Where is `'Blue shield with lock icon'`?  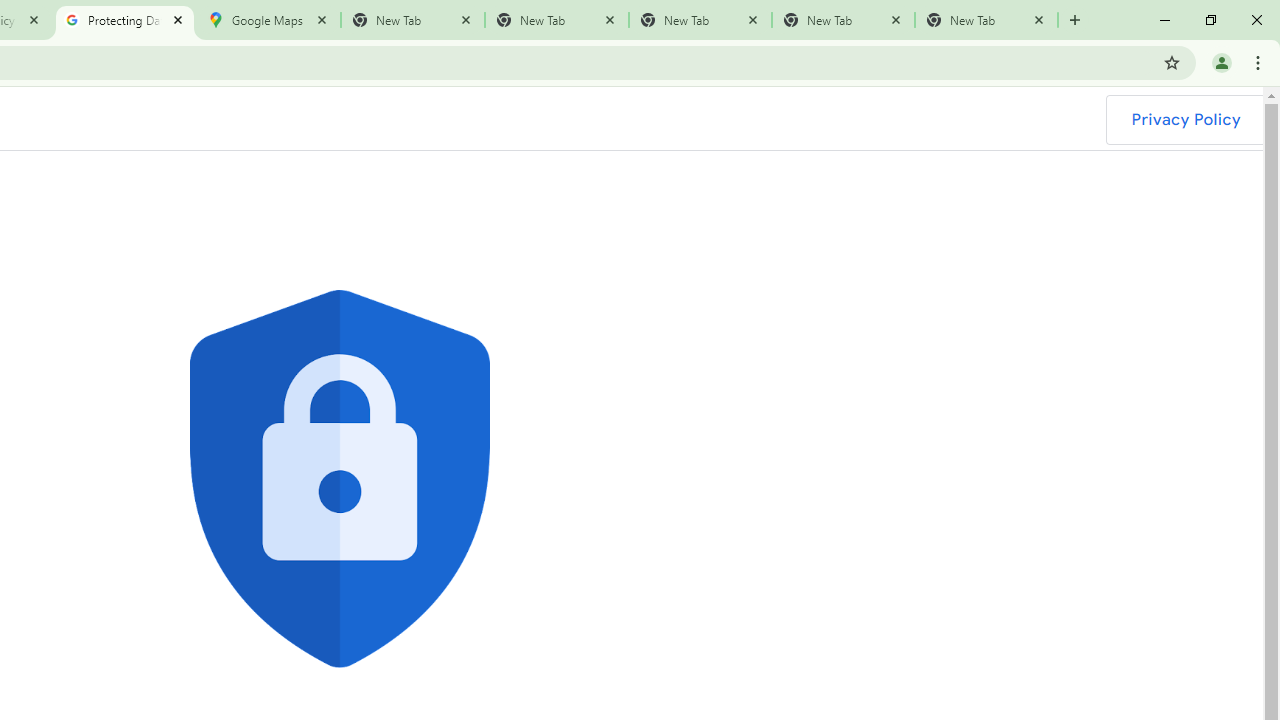
'Blue shield with lock icon' is located at coordinates (339, 479).